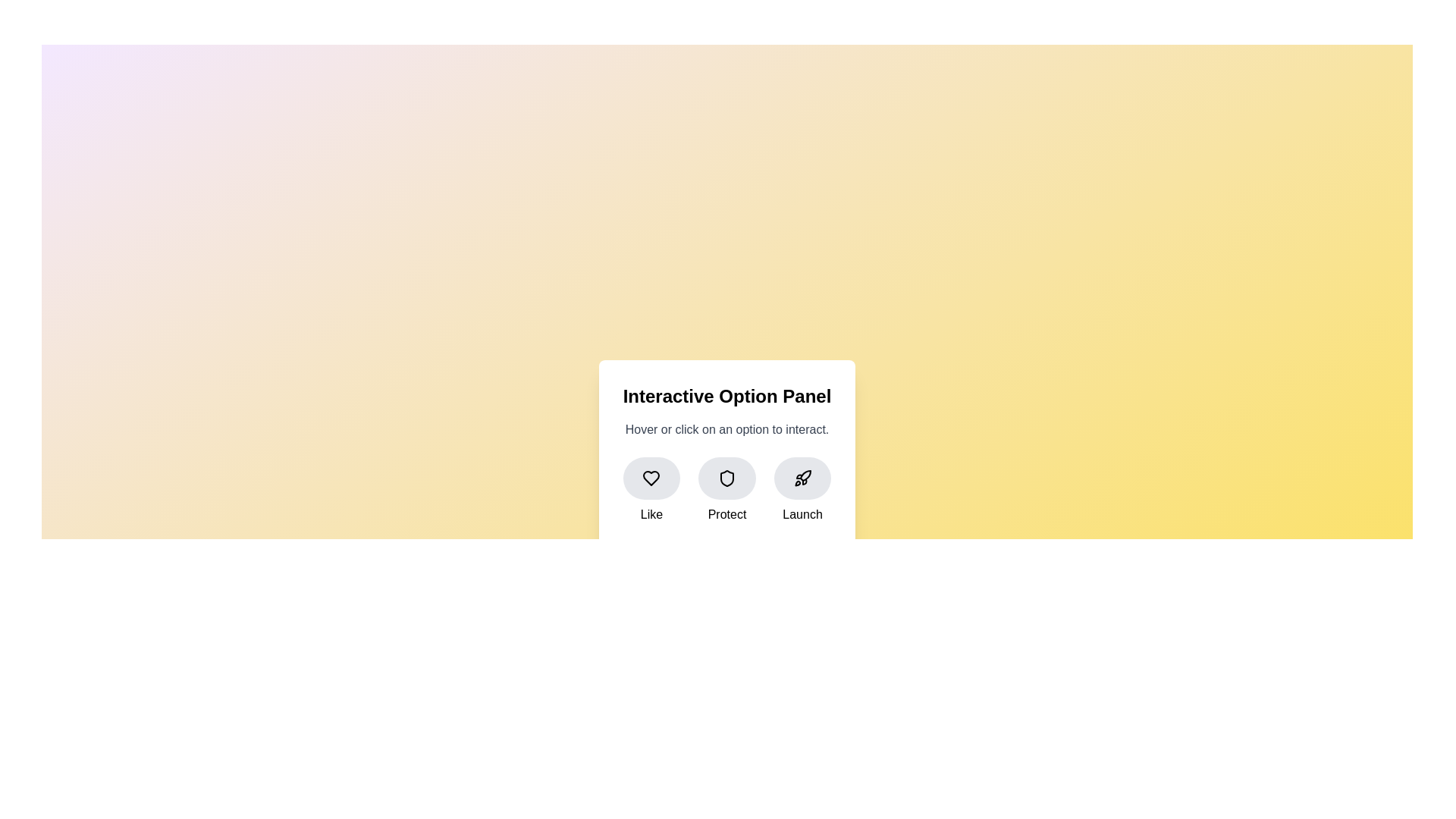 The height and width of the screenshot is (819, 1456). I want to click on the 'Interactive Option Panel' to interact with the options presented, including 'Like', 'Protect', and 'Launch', so click(726, 453).